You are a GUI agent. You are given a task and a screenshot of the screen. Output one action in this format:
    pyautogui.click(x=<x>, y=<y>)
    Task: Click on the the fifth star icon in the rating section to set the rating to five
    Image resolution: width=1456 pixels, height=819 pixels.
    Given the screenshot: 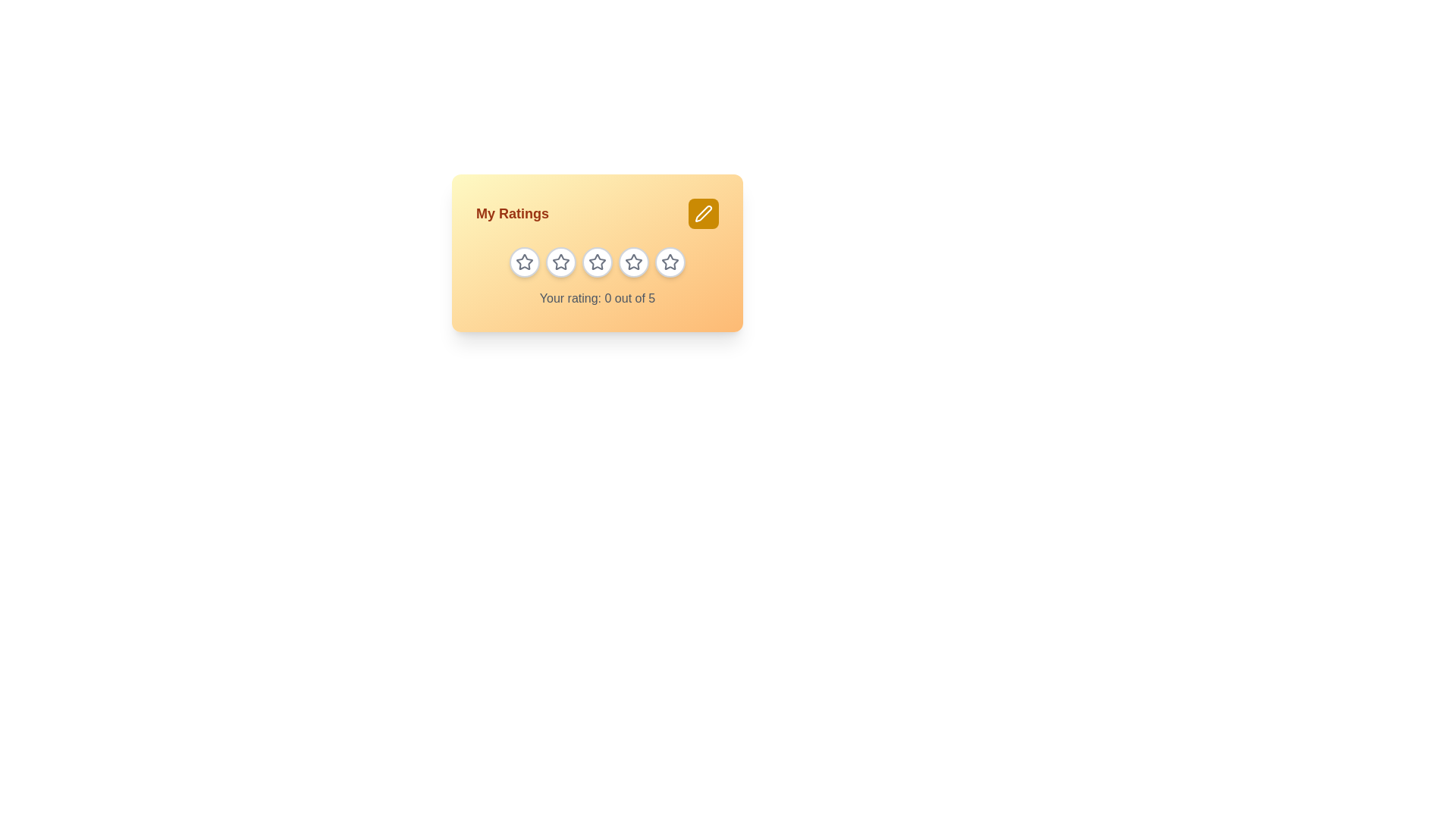 What is the action you would take?
    pyautogui.click(x=669, y=262)
    